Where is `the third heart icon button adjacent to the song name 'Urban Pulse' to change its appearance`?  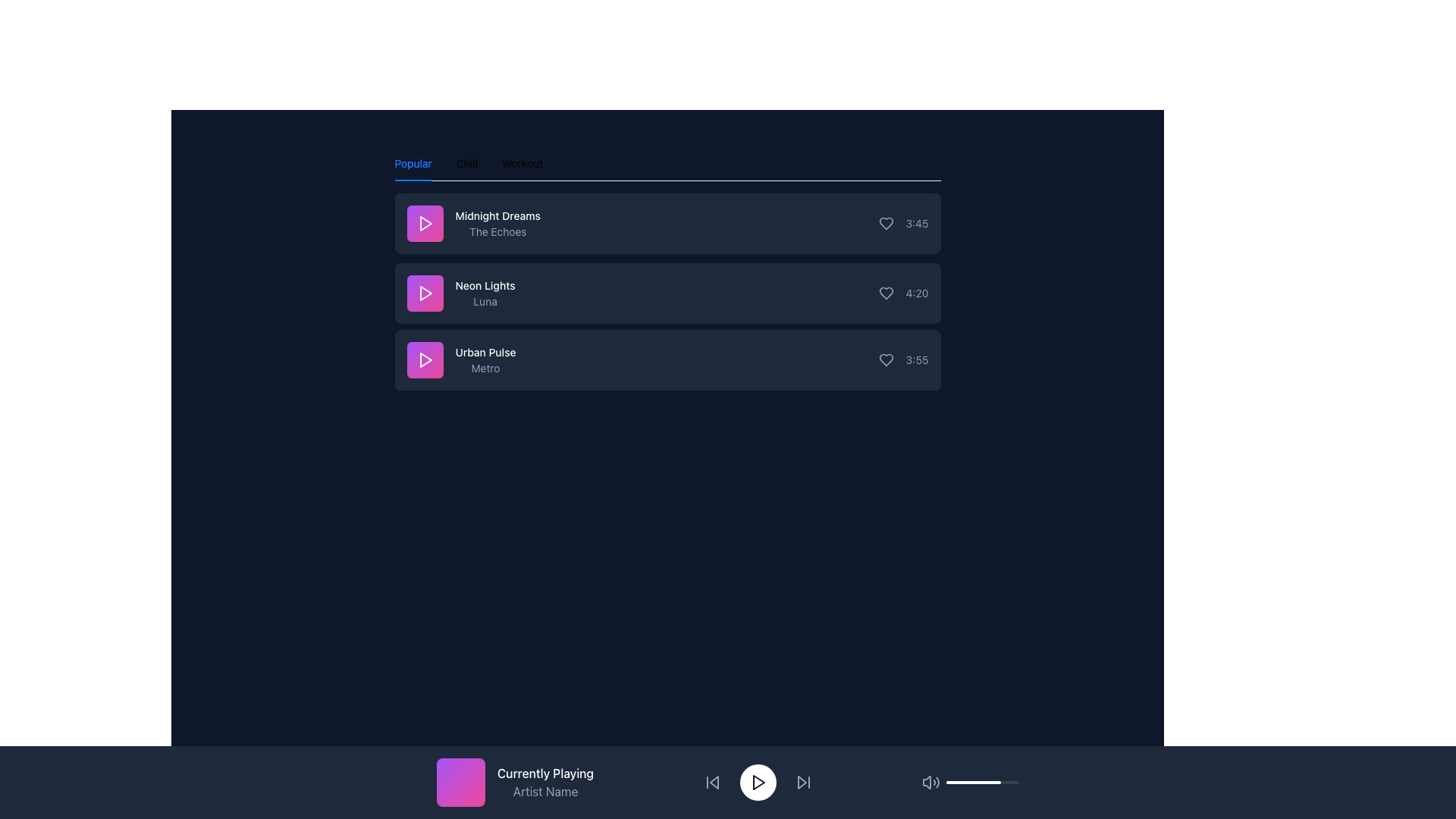 the third heart icon button adjacent to the song name 'Urban Pulse' to change its appearance is located at coordinates (886, 359).